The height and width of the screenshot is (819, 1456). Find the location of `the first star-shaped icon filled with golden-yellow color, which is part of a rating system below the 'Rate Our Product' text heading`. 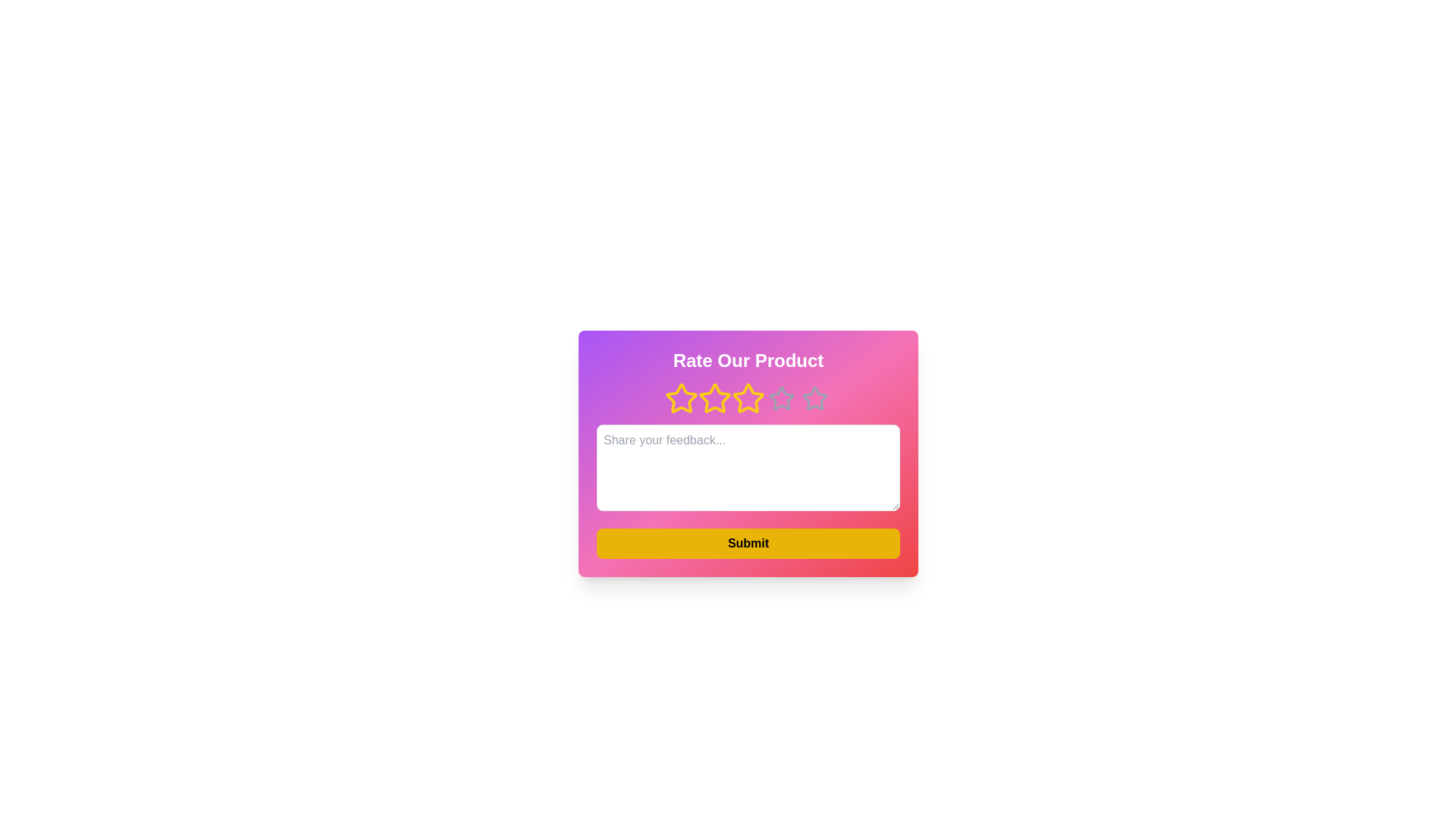

the first star-shaped icon filled with golden-yellow color, which is part of a rating system below the 'Rate Our Product' text heading is located at coordinates (680, 397).